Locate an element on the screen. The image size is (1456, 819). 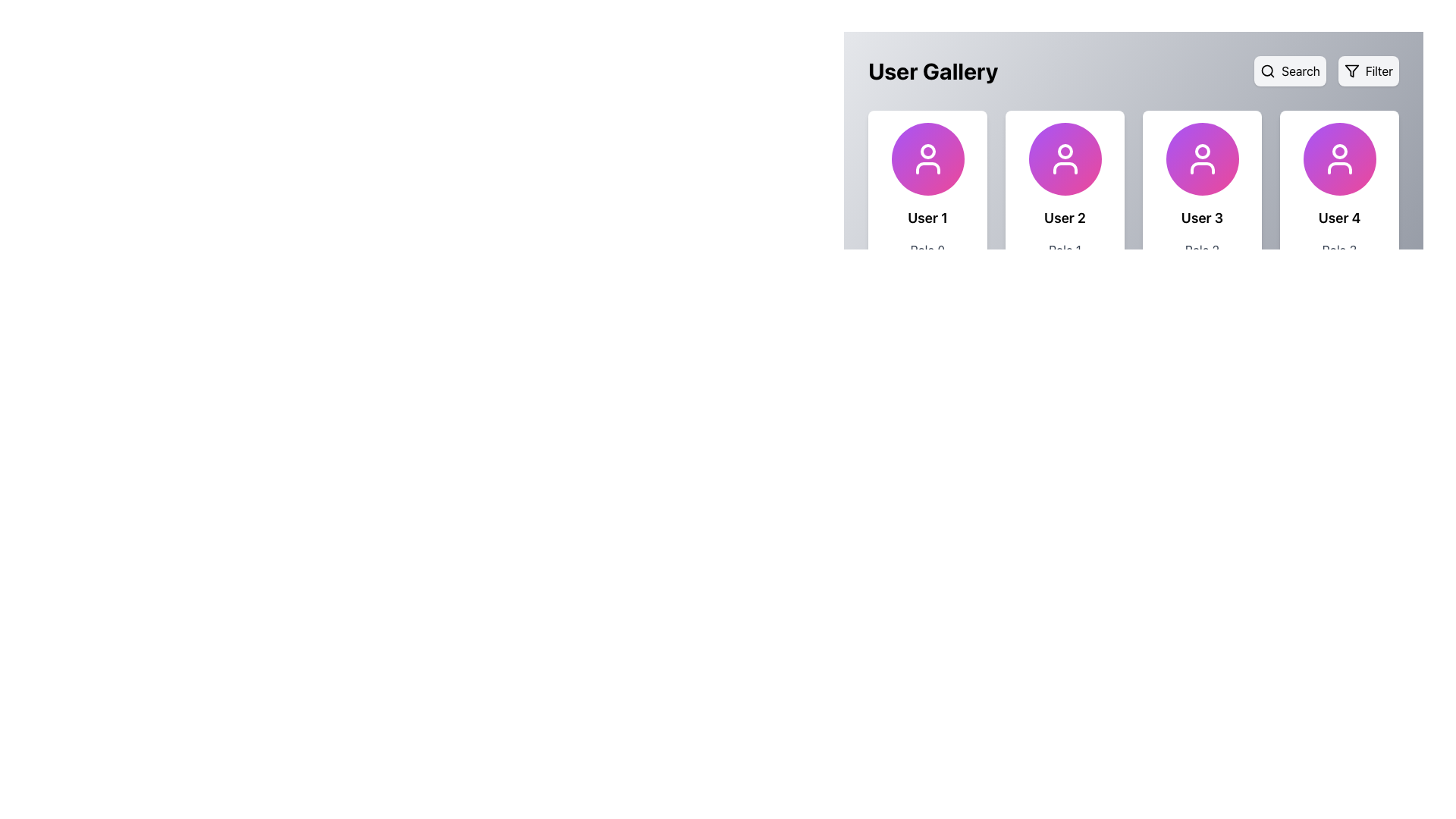
informational label text for 'User 2' located below the 'User 2' label and above the 'View Profile' button is located at coordinates (1064, 249).